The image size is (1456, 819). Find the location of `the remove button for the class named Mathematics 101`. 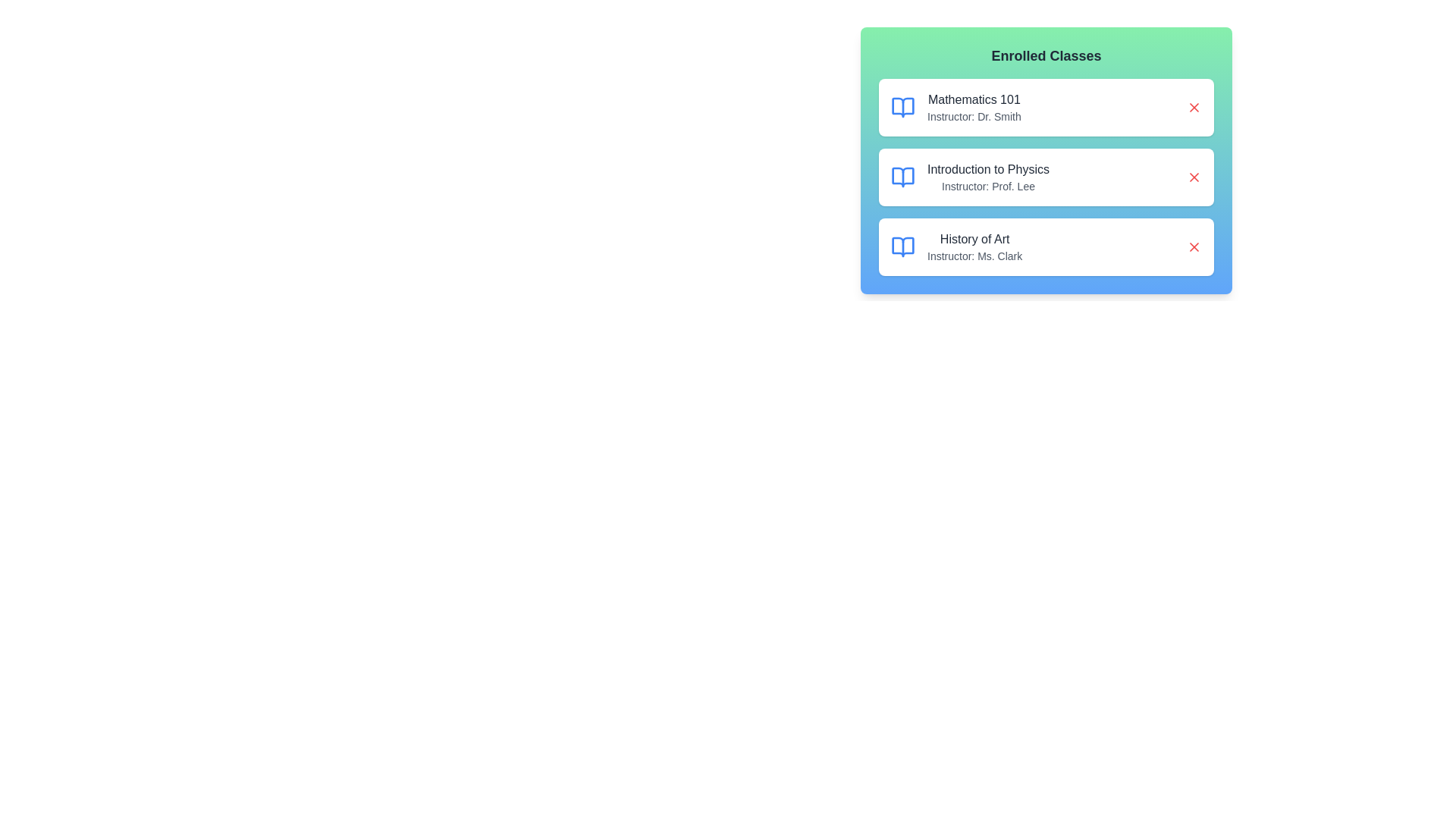

the remove button for the class named Mathematics 101 is located at coordinates (1193, 107).